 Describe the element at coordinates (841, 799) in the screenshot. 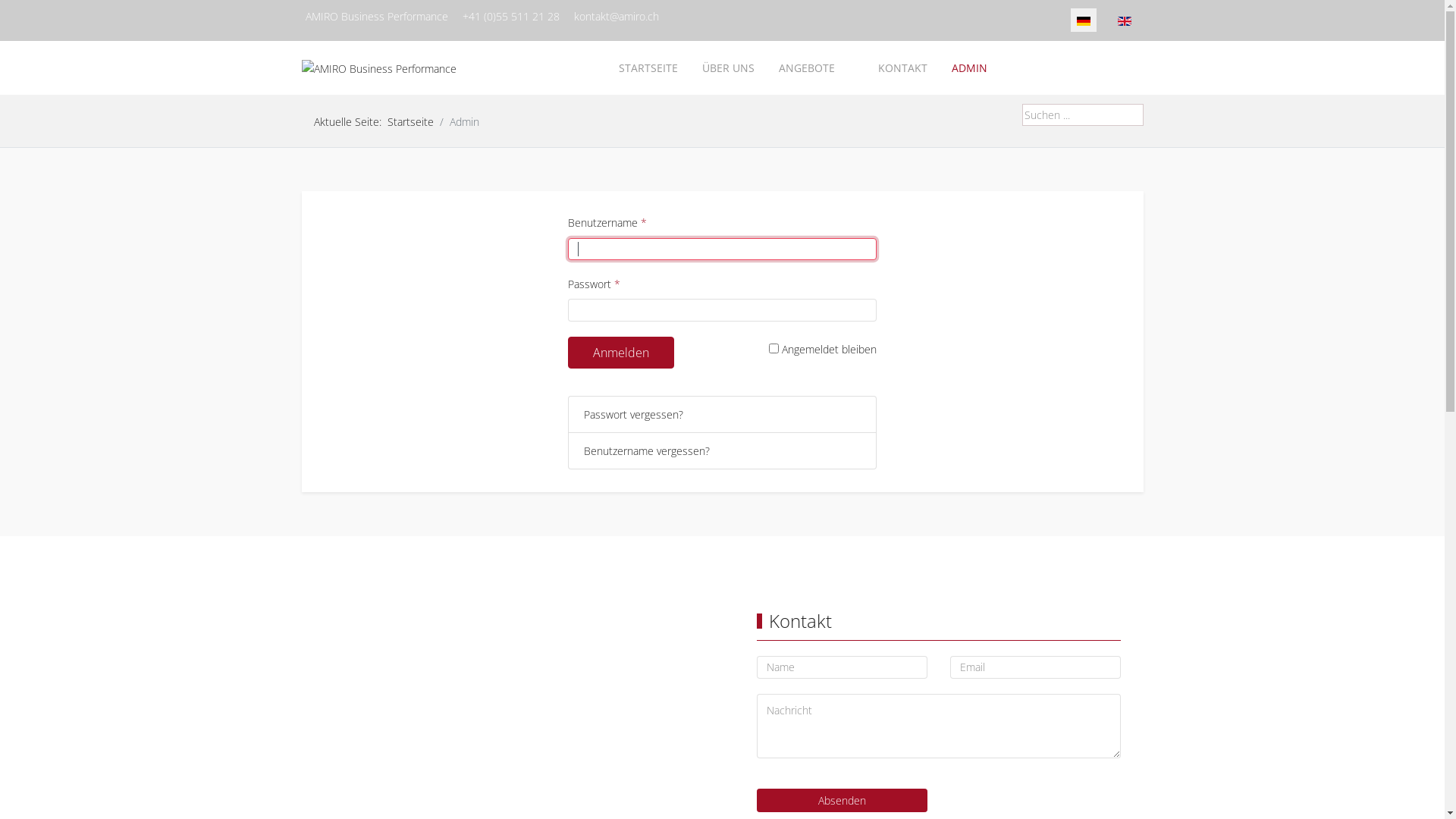

I see `'Absenden'` at that location.